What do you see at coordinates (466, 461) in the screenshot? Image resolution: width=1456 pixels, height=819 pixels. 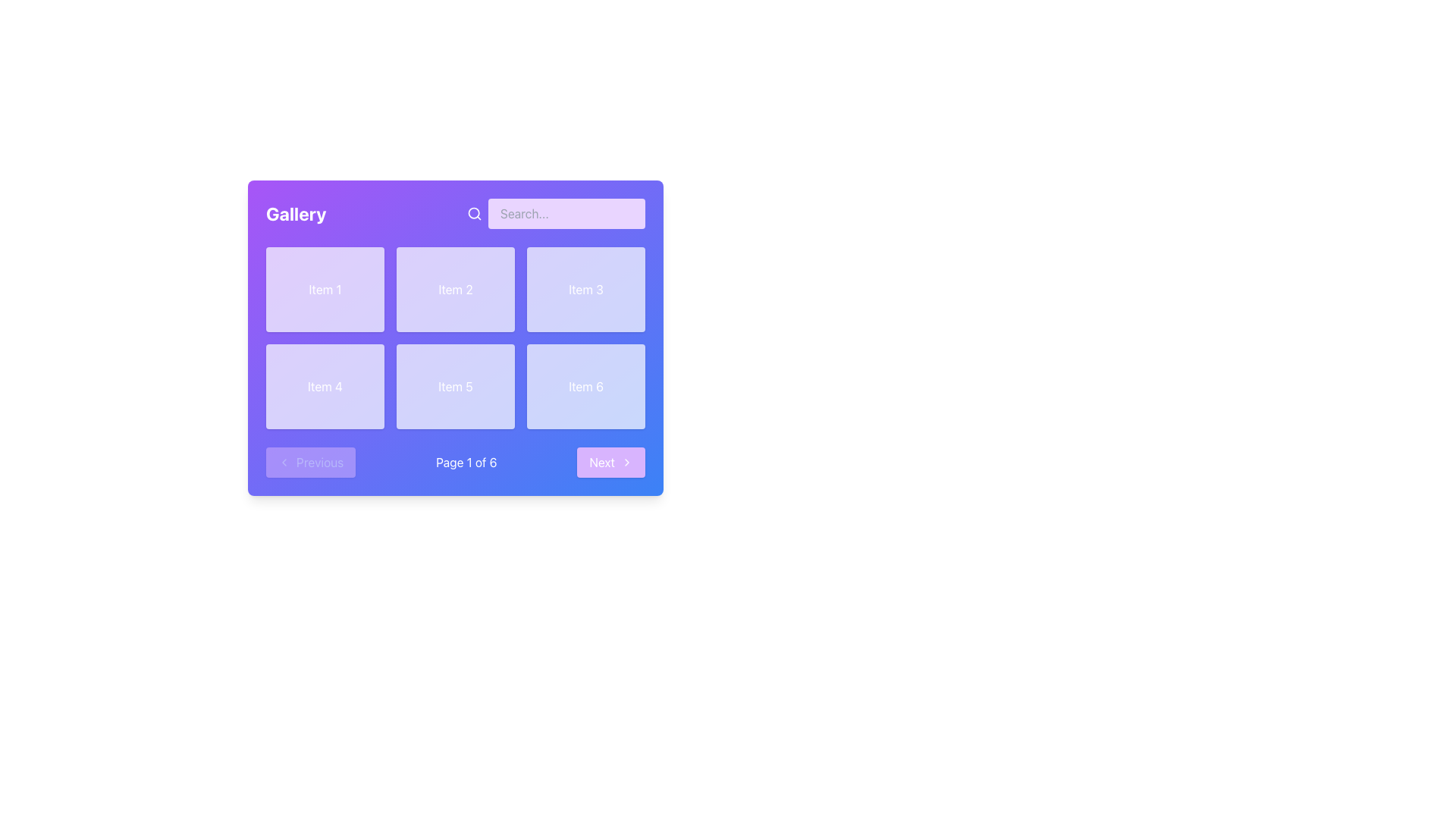 I see `the static text label that displays the current pagination status, located between the 'Previous' and 'Next' buttons at the bottom navigation bar` at bounding box center [466, 461].